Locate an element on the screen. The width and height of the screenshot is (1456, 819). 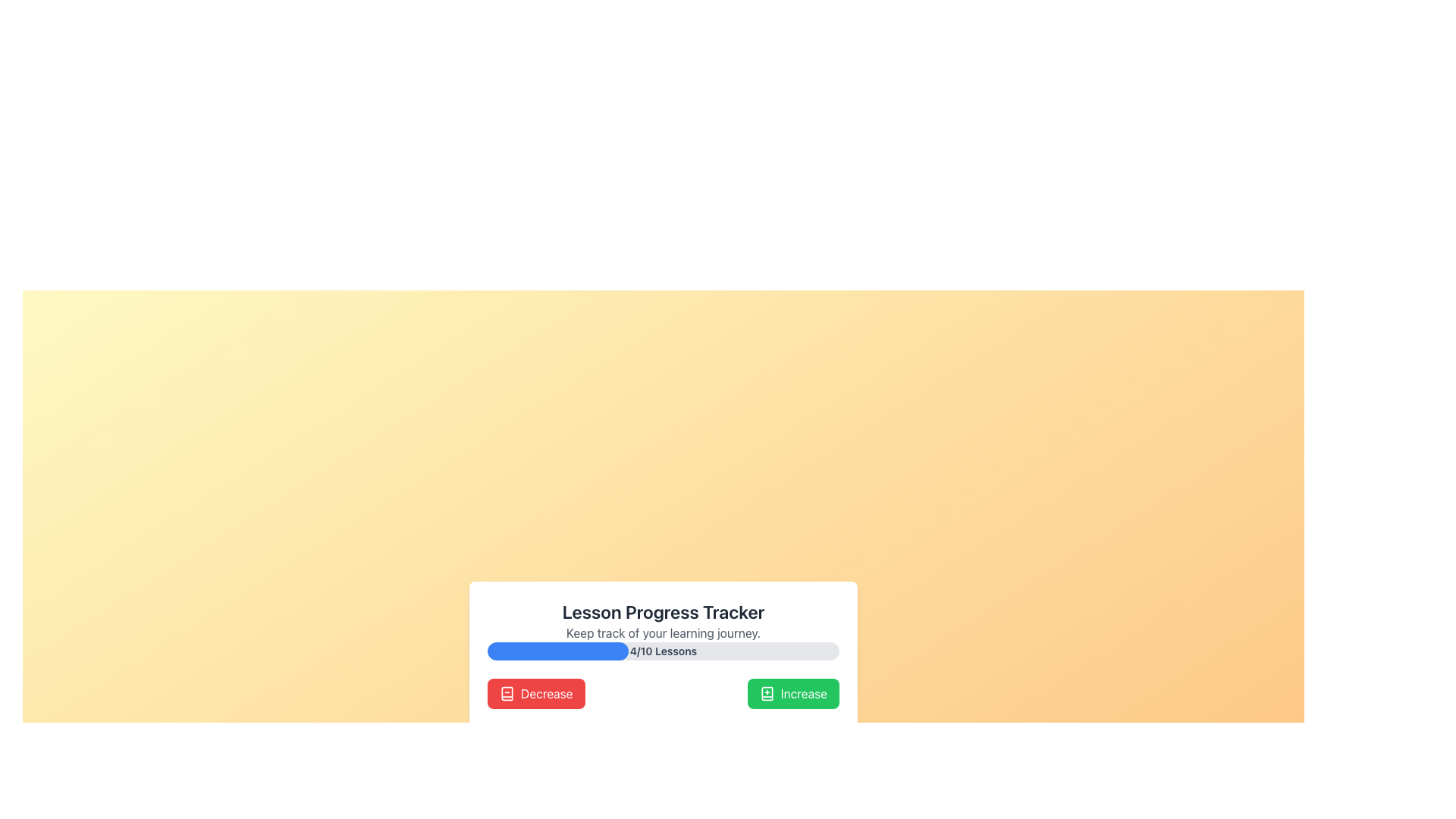
the Progress bar with text overlay that indicates '4 out of 10' within the 'Lesson Progress Tracker' card is located at coordinates (663, 651).